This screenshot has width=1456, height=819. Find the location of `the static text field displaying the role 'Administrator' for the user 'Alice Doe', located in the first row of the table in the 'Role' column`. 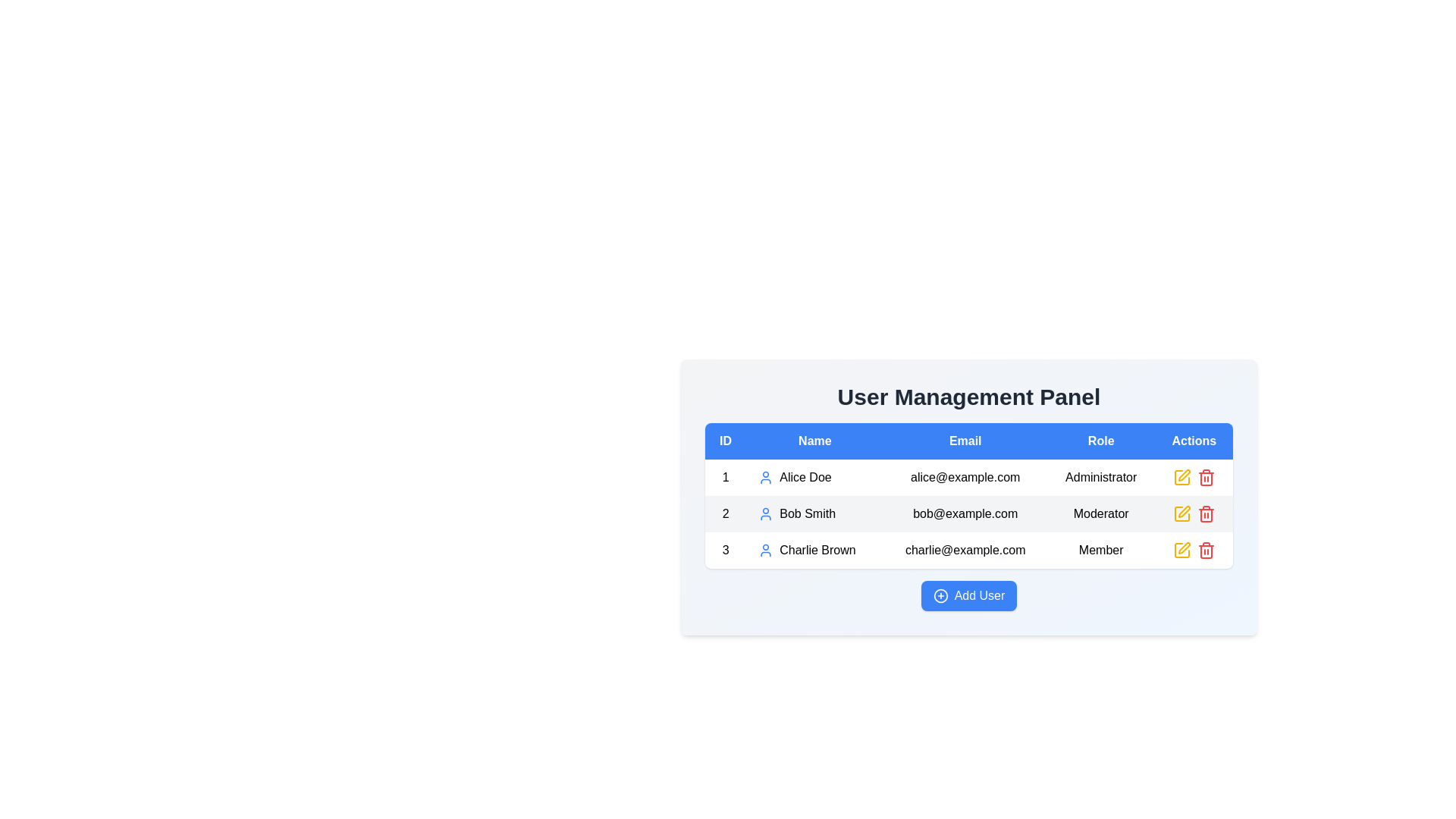

the static text field displaying the role 'Administrator' for the user 'Alice Doe', located in the first row of the table in the 'Role' column is located at coordinates (1101, 476).